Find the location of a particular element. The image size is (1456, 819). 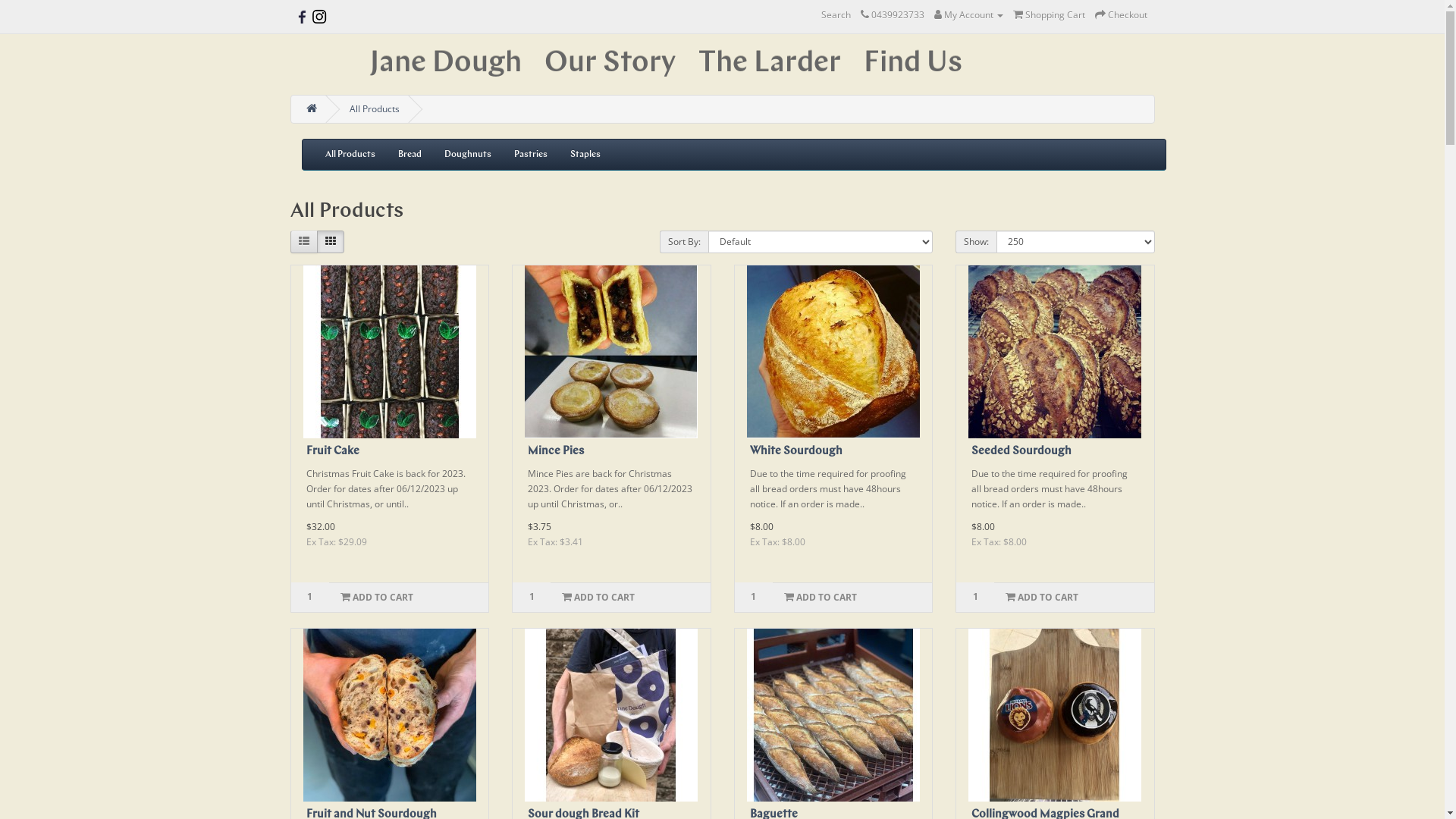

'The Larder' is located at coordinates (769, 63).